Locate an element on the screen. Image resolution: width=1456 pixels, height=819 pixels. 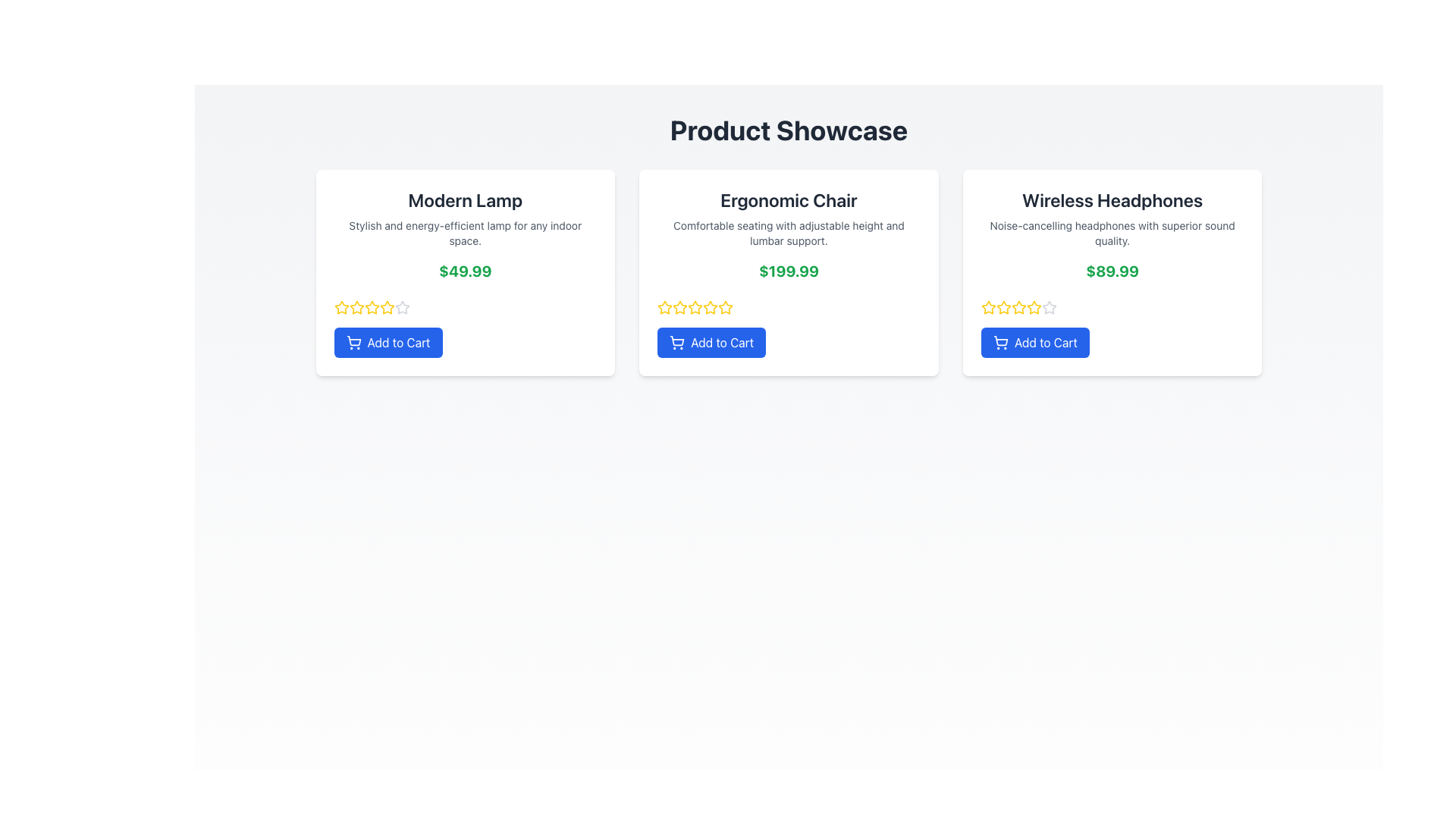
the Decorative Icon within the 'Add to Cart' button for the 'Ergonomic Chair' product to visually indicate the action of adding the product to the shopping cart is located at coordinates (676, 340).